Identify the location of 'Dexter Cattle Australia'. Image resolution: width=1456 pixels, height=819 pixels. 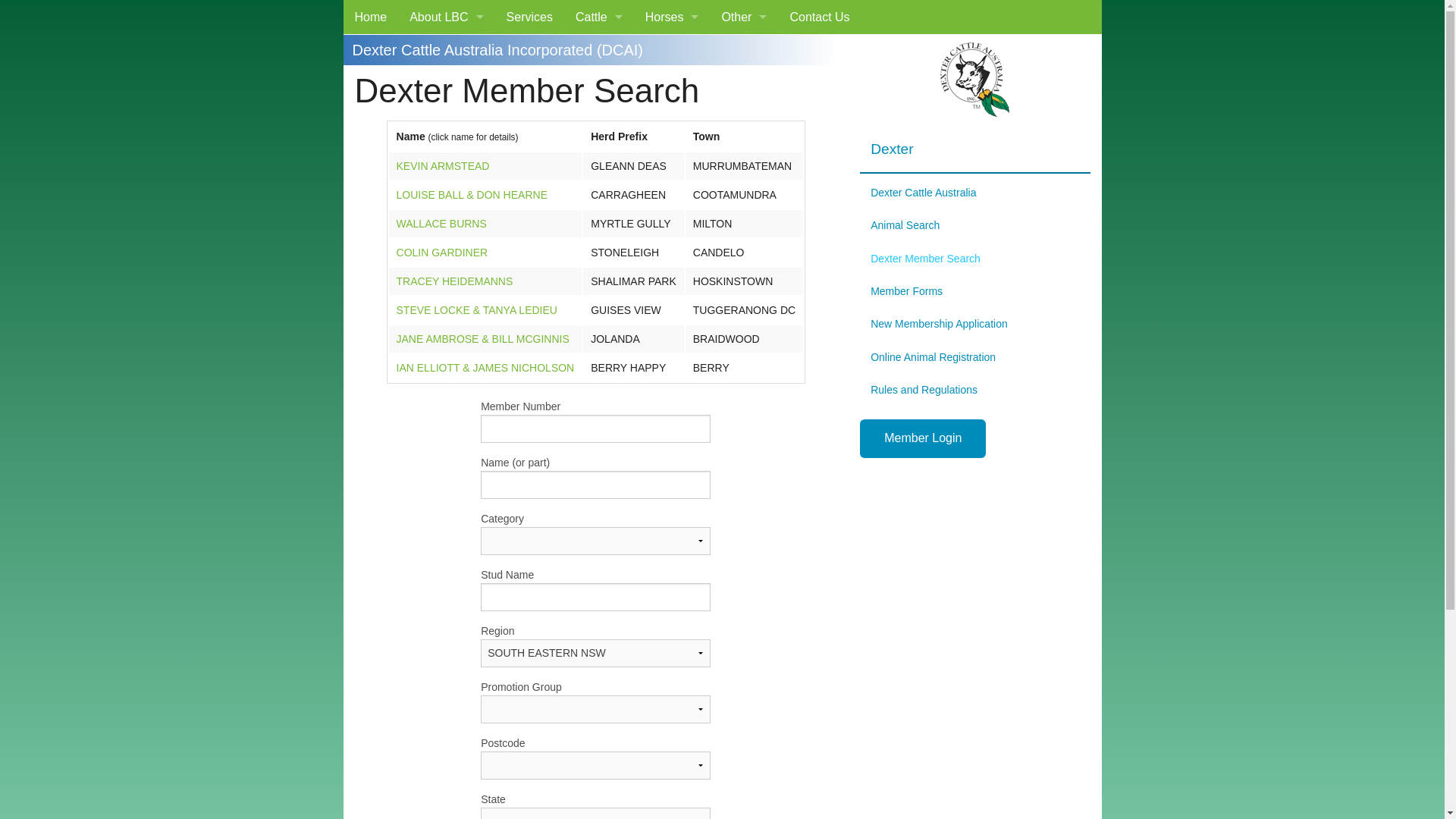
(974, 192).